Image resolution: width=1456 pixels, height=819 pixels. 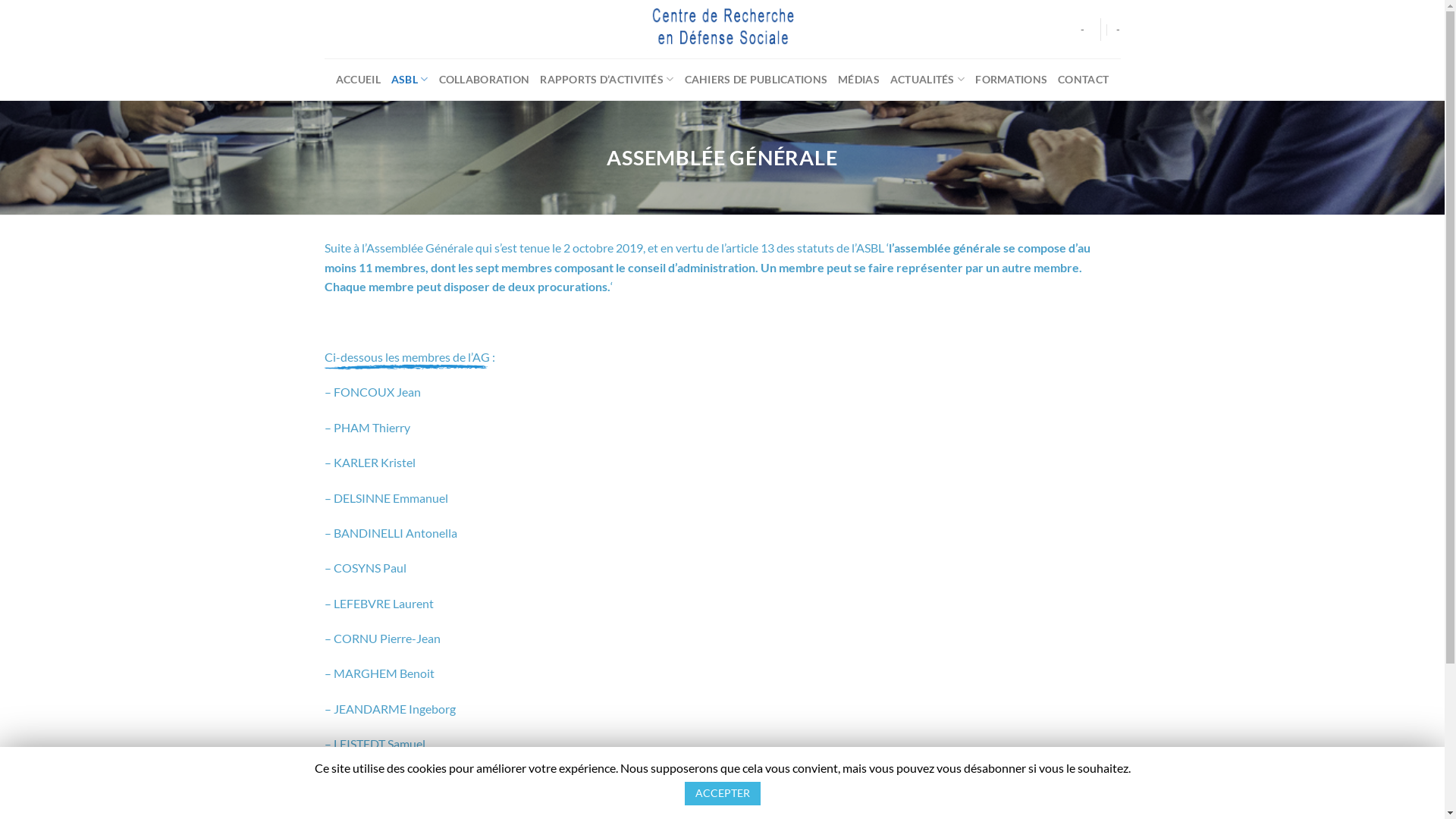 I want to click on 'CONTACT', so click(x=1082, y=79).